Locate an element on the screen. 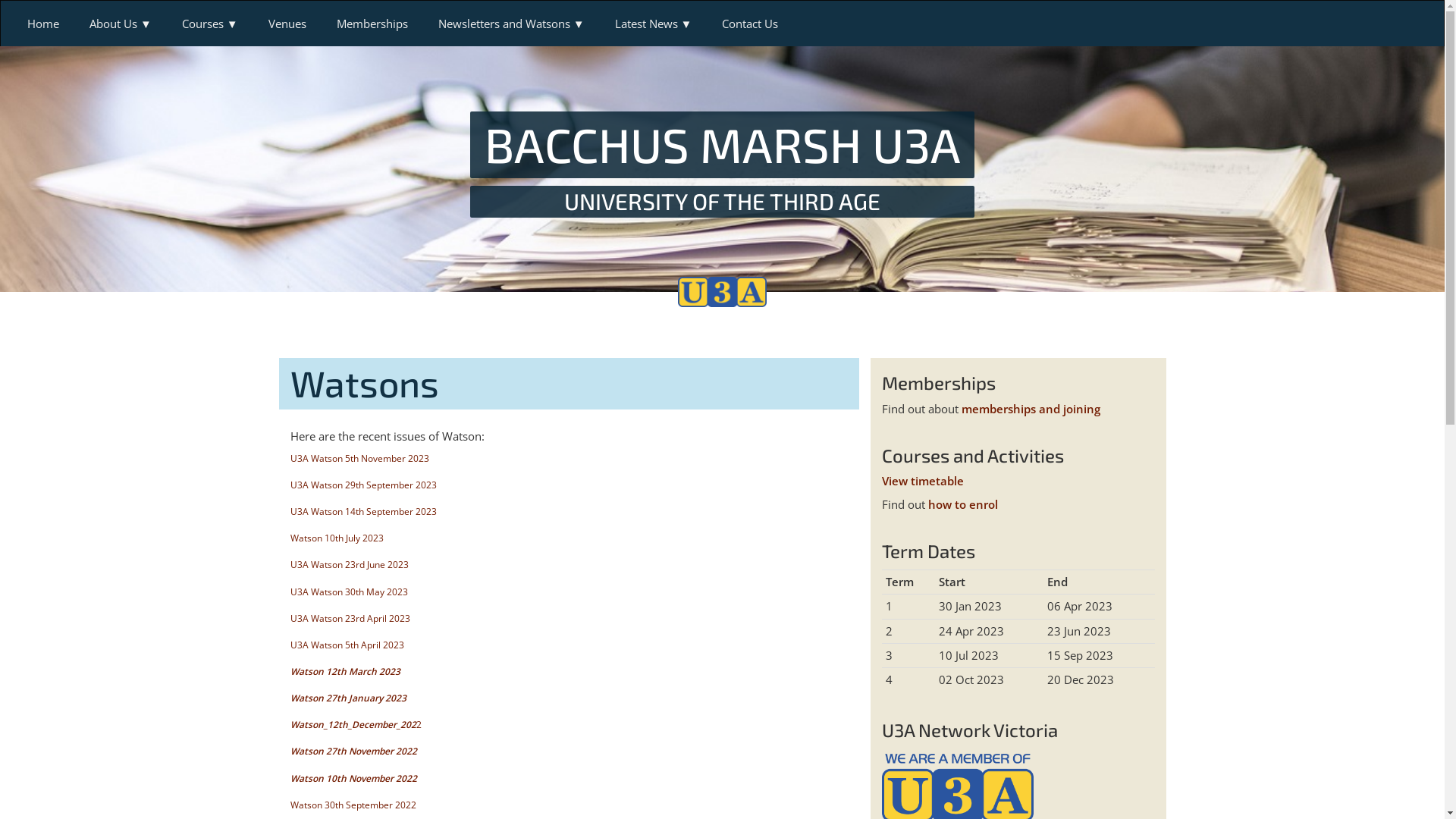 The width and height of the screenshot is (1456, 819). 'memberships and joining' is located at coordinates (1031, 408).